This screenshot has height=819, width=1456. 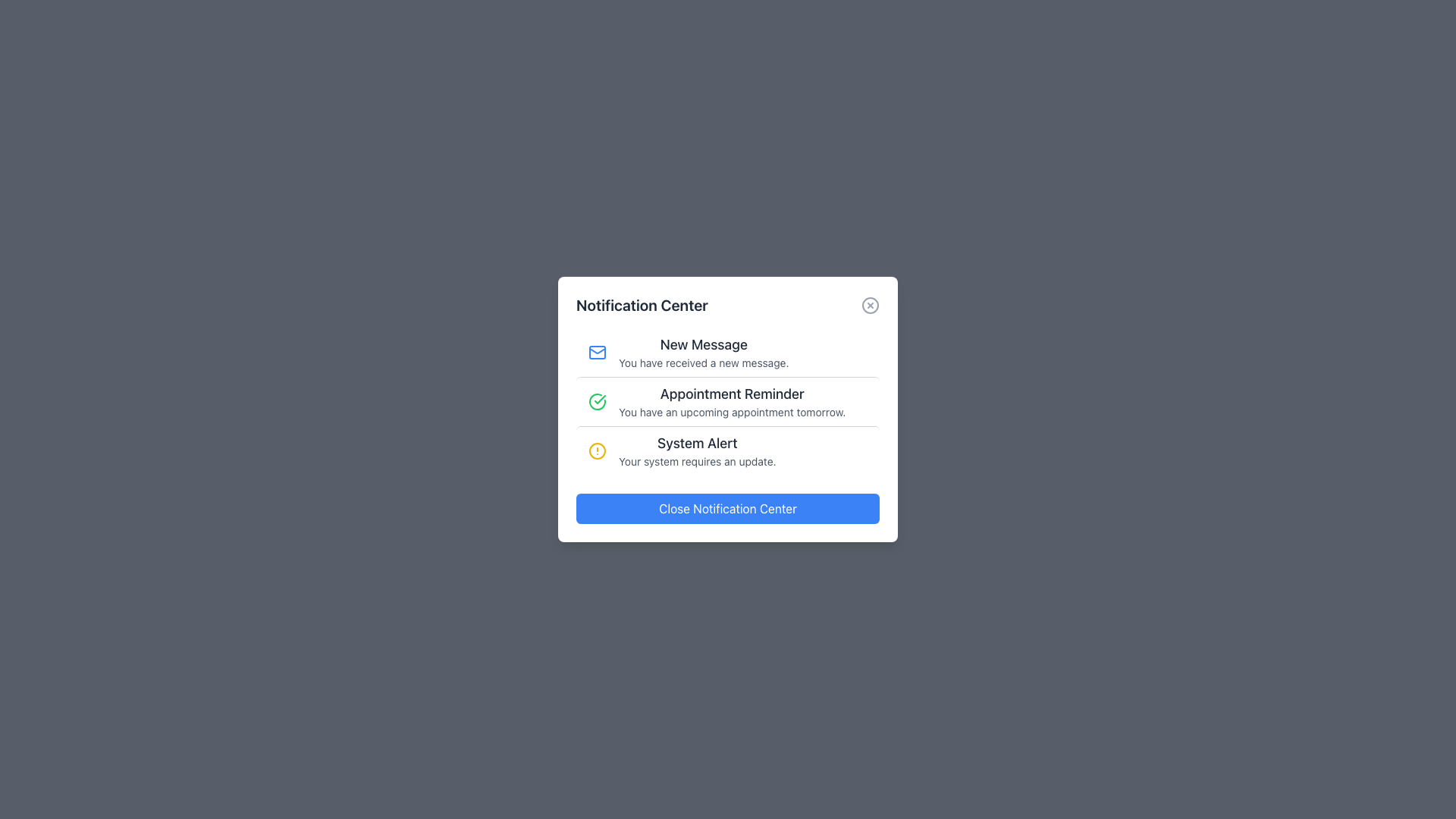 What do you see at coordinates (696, 461) in the screenshot?
I see `descriptive text label providing additional information about the 'System Alert' notification, which is located below the header text 'System Alert' in the third notification entry` at bounding box center [696, 461].